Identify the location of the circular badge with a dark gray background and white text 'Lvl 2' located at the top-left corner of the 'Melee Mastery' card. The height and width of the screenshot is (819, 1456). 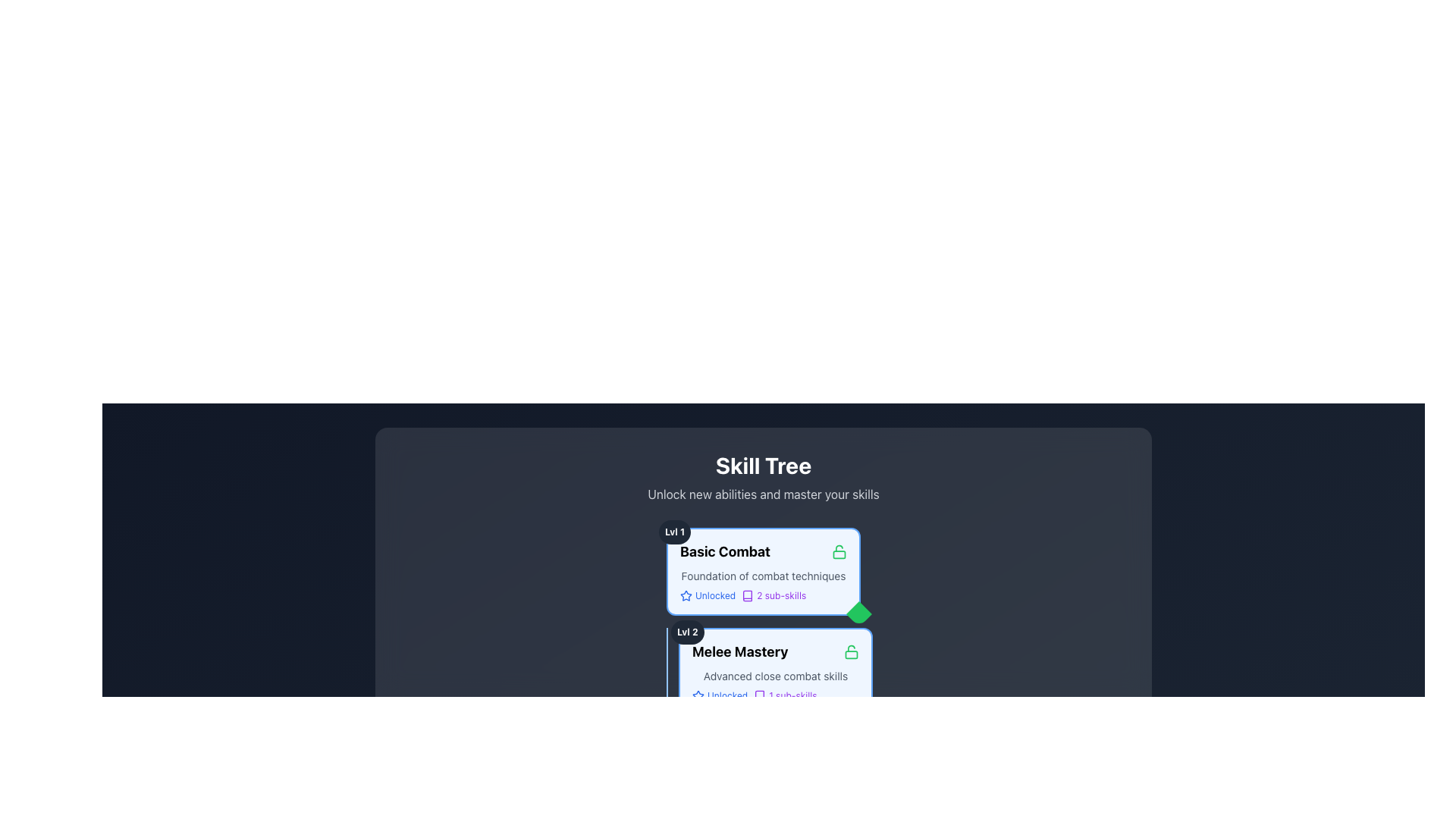
(686, 632).